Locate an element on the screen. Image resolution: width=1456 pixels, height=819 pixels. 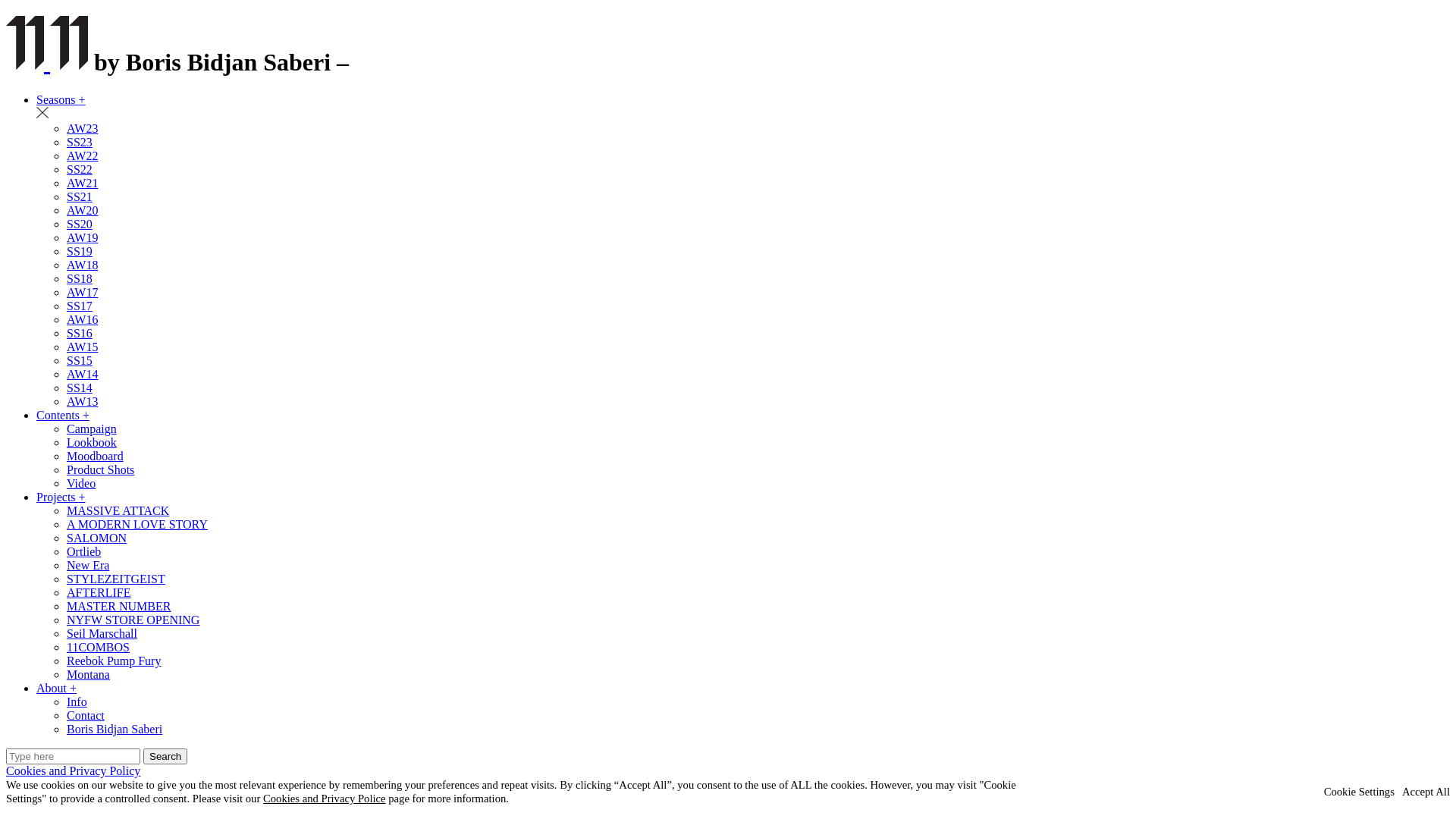
'Cookies and Privacy Police' is located at coordinates (323, 798).